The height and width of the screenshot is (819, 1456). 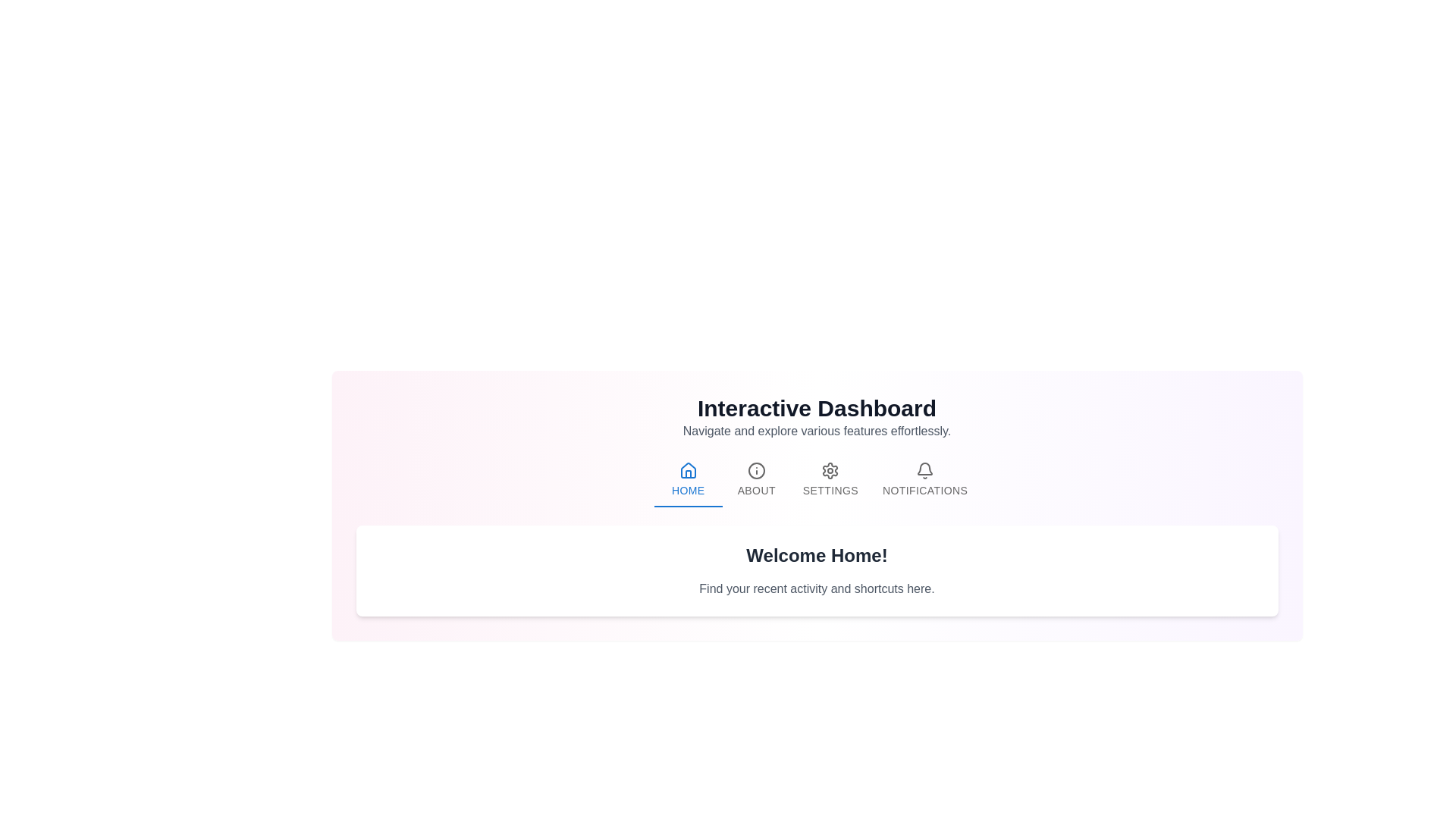 I want to click on the 'Notifications' tab, which features a bell icon above the text, so click(x=924, y=479).